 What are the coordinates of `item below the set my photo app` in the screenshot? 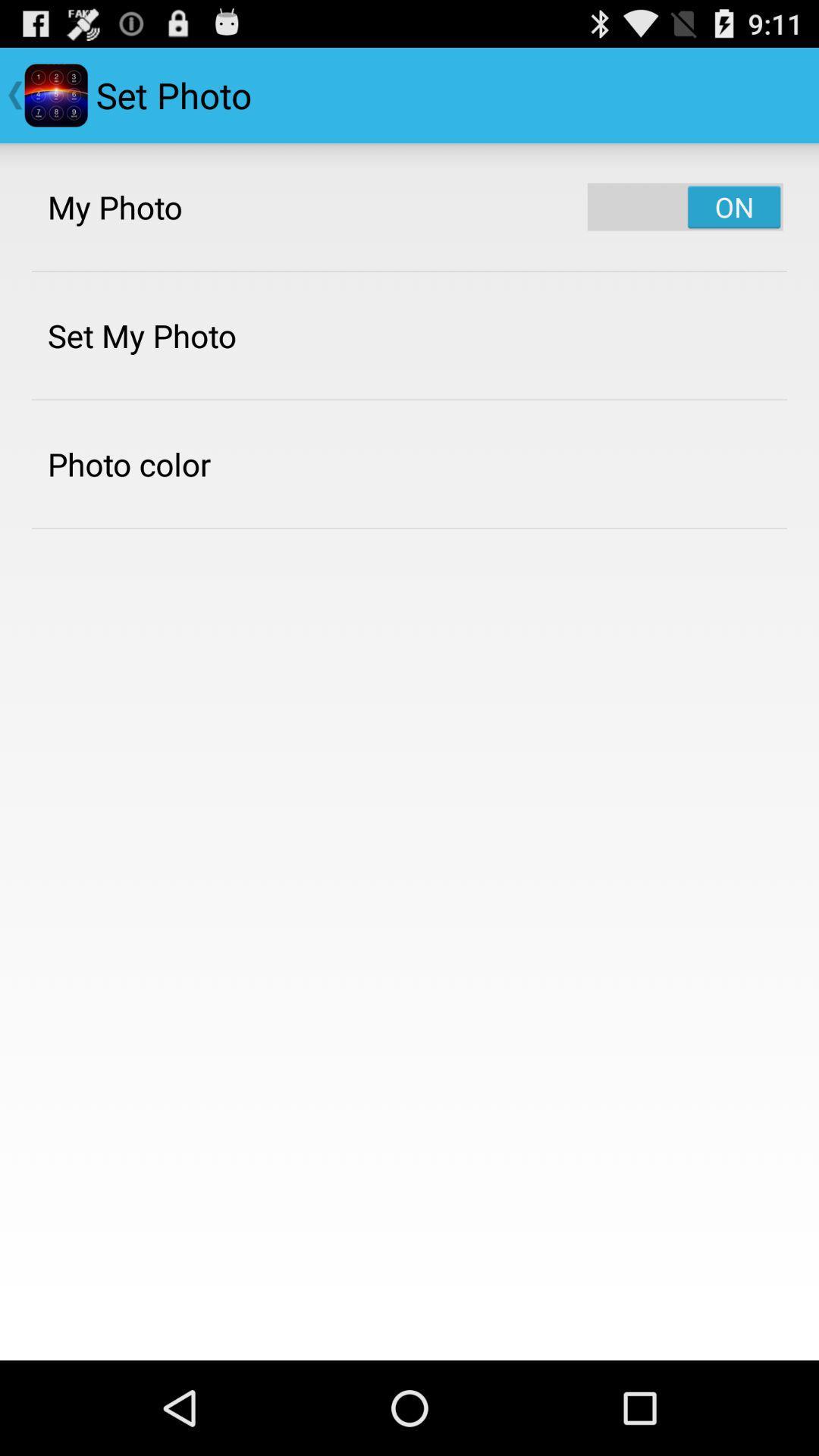 It's located at (128, 463).